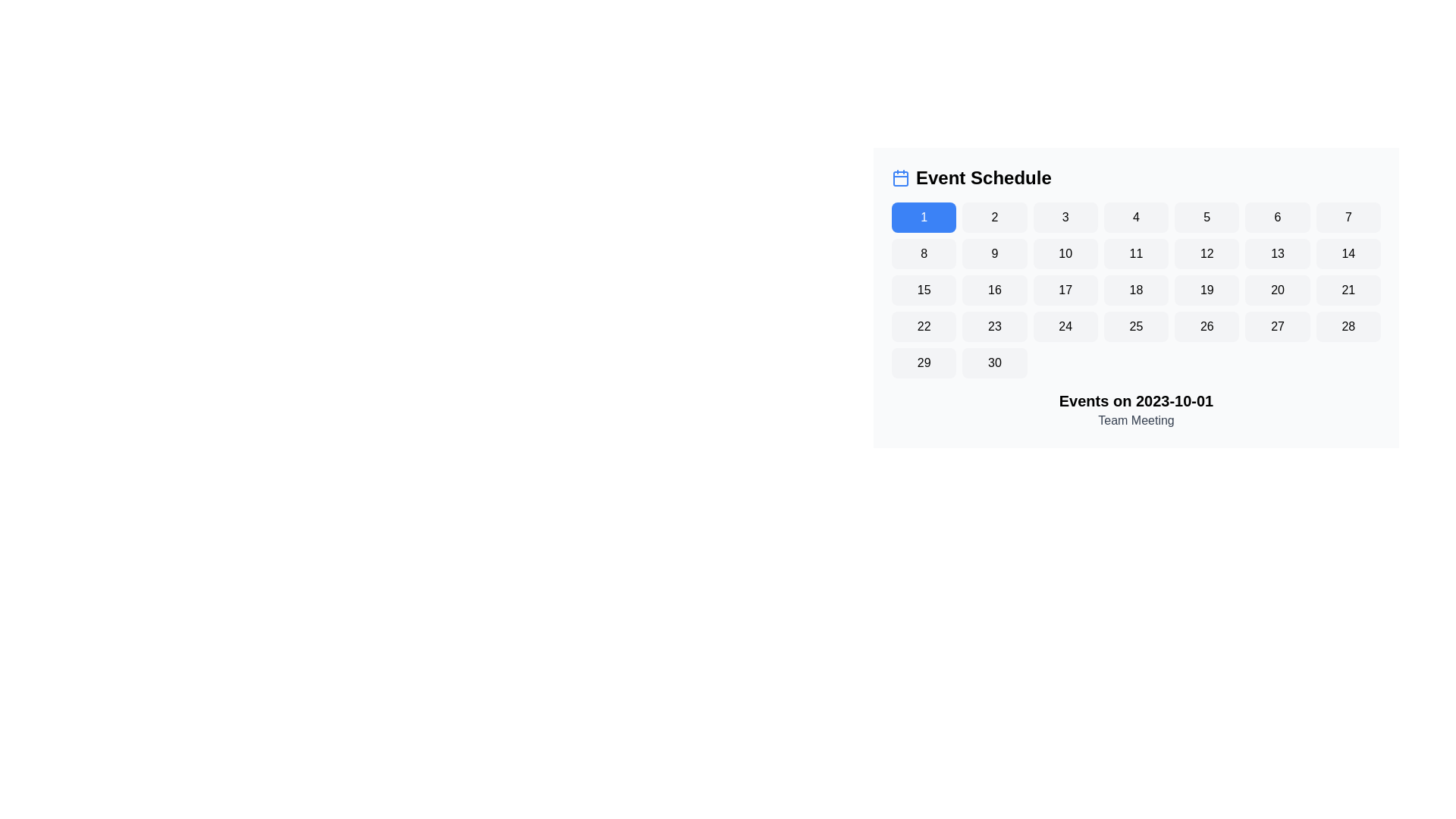 This screenshot has height=819, width=1456. Describe the element at coordinates (1348, 326) in the screenshot. I see `the calendar tile button displaying the number '28'` at that location.